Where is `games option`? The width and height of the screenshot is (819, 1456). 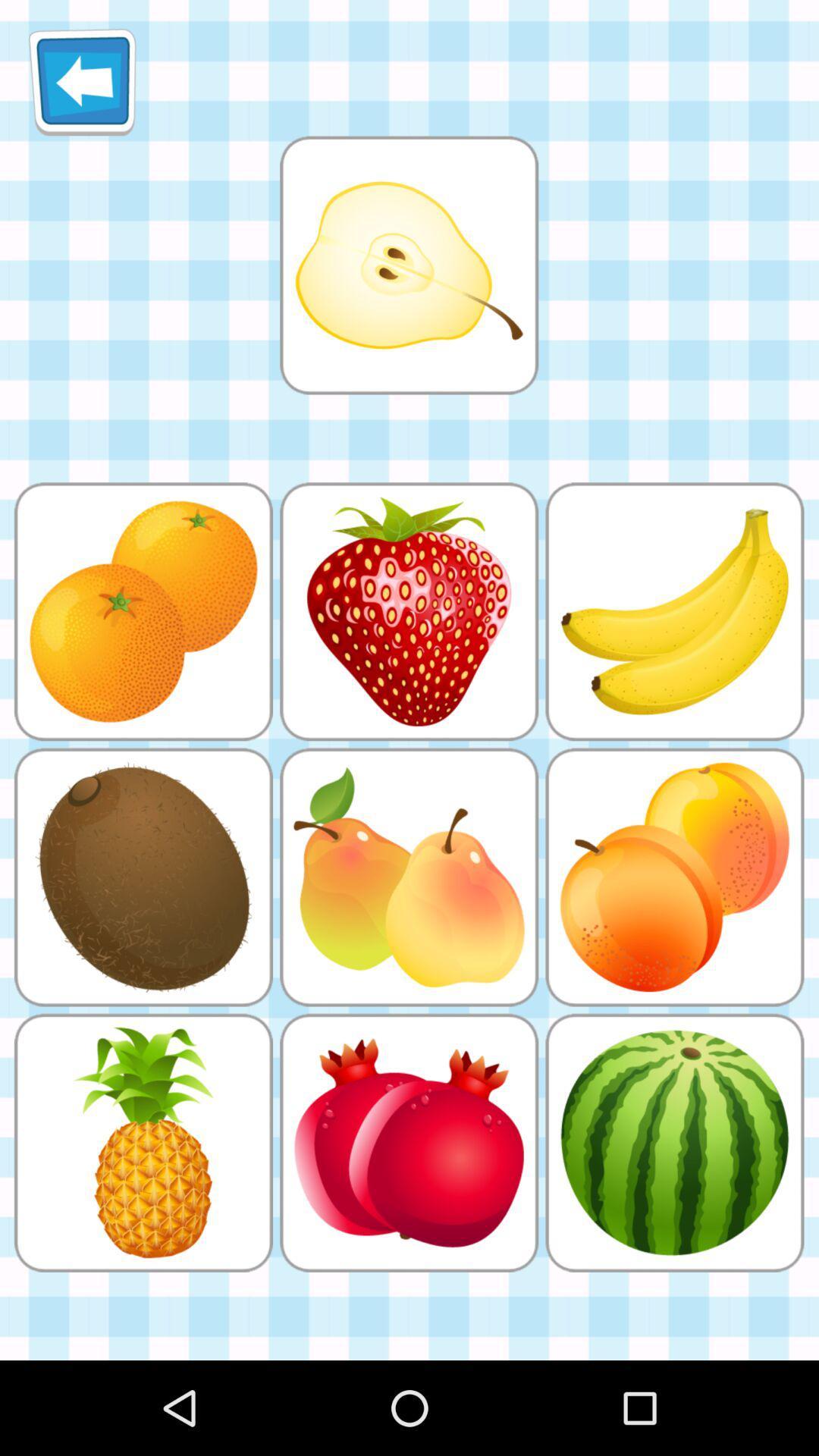
games option is located at coordinates (408, 265).